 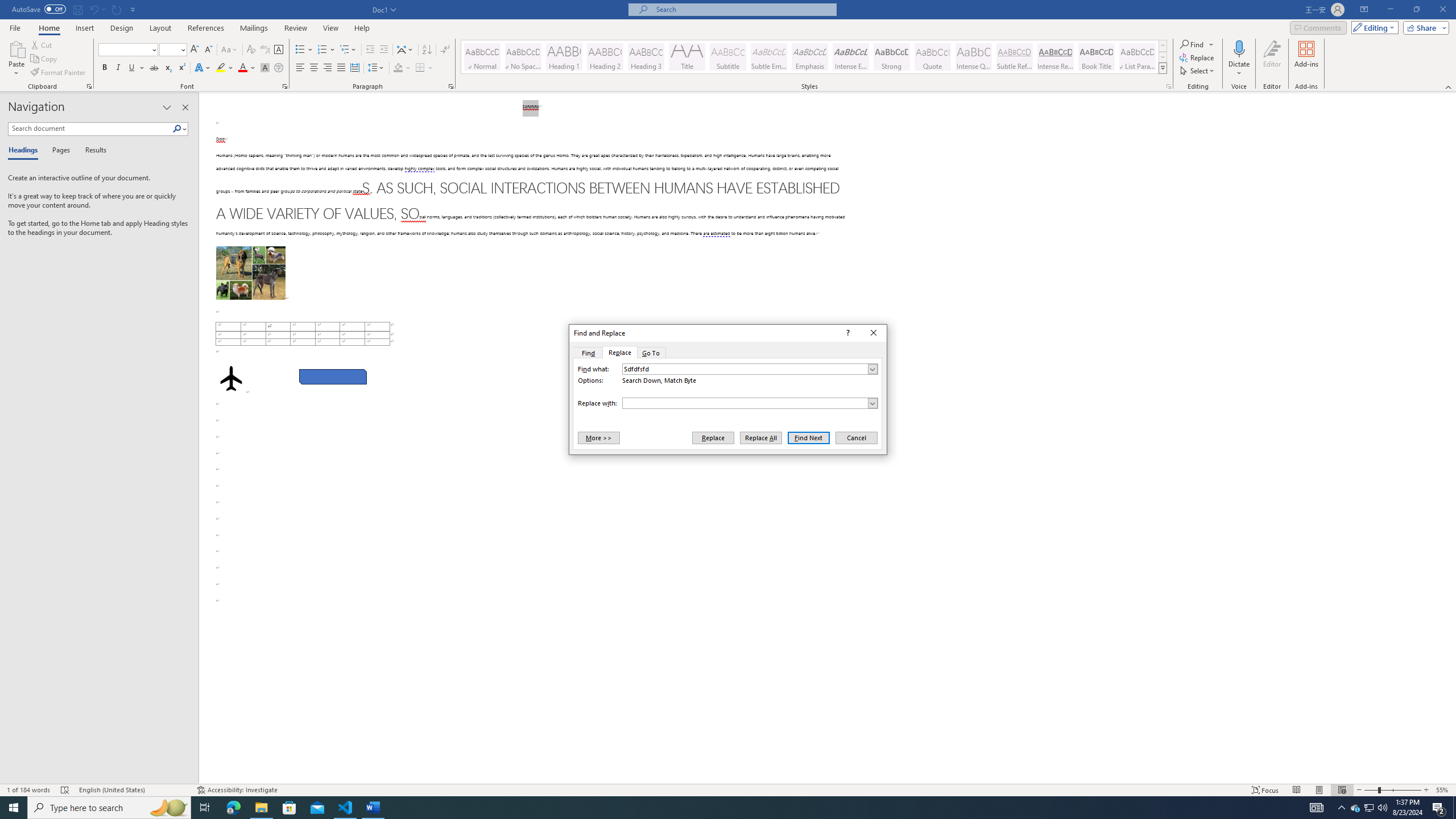 What do you see at coordinates (264, 49) in the screenshot?
I see `'Phonetic Guide...'` at bounding box center [264, 49].